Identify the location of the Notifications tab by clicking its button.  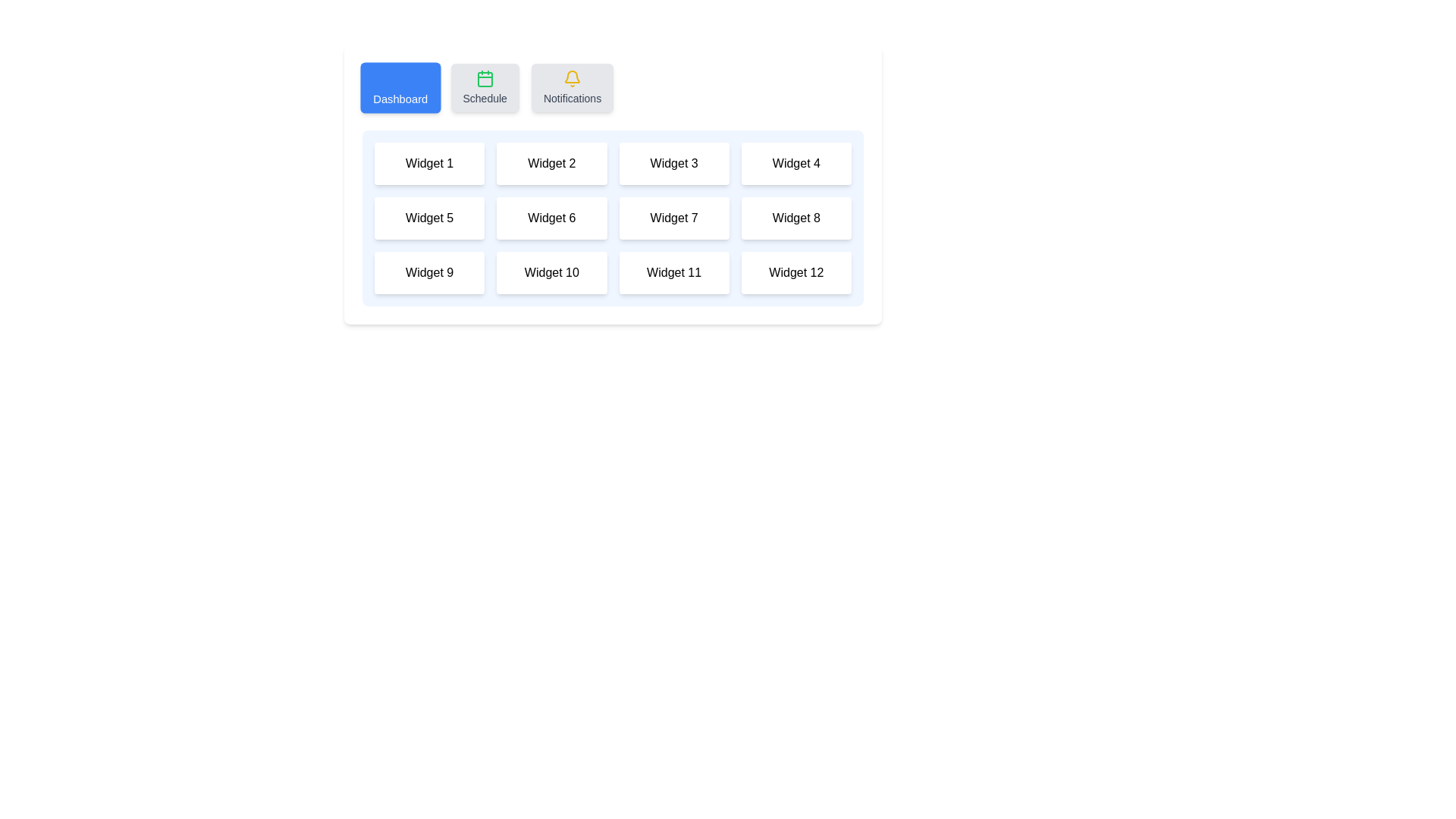
(571, 87).